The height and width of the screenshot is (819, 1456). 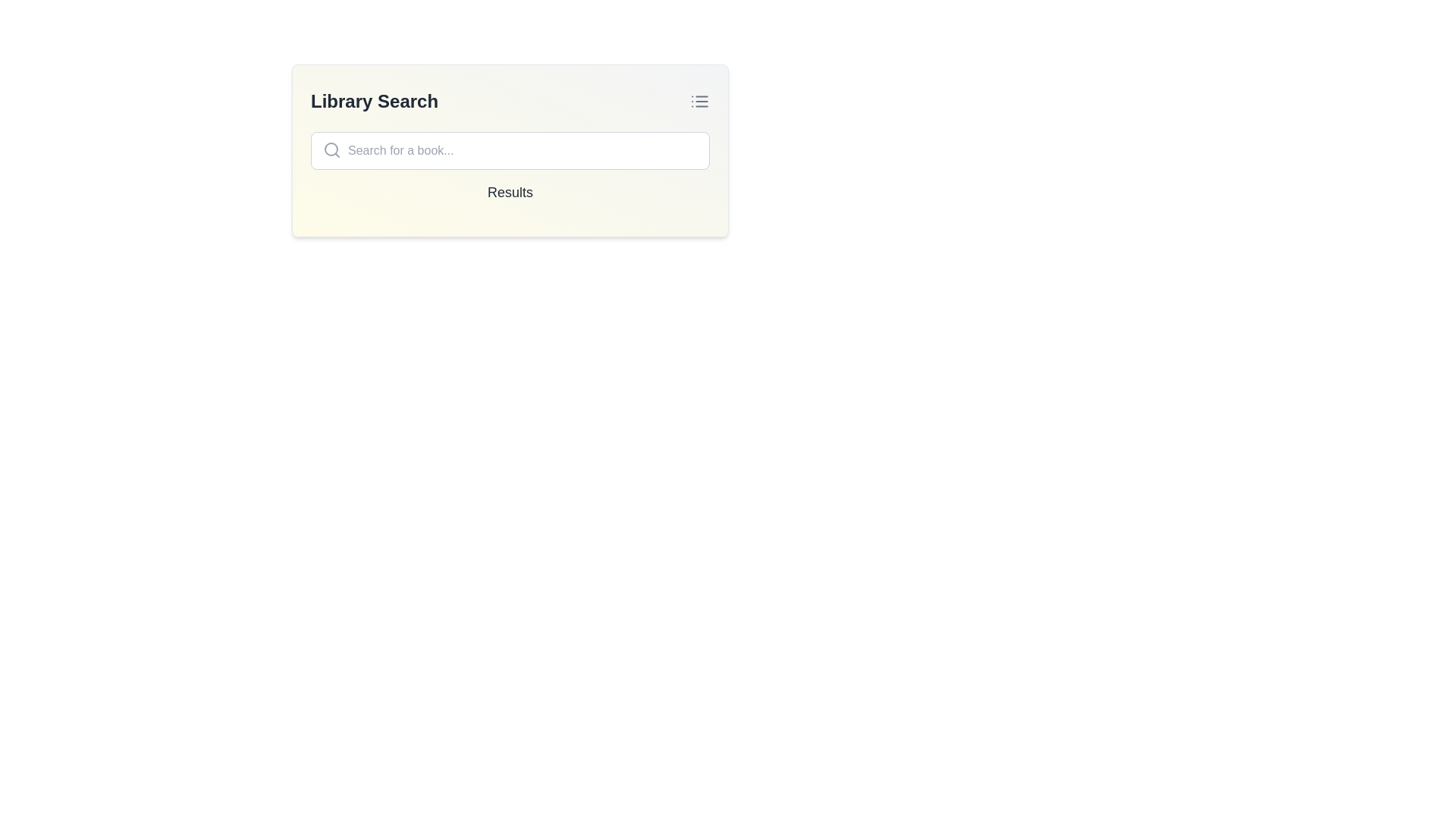 What do you see at coordinates (510, 192) in the screenshot?
I see `the 'Results' text label, which is a bold, dark gray label located within the 'Library Search' box, just below the search input field` at bounding box center [510, 192].